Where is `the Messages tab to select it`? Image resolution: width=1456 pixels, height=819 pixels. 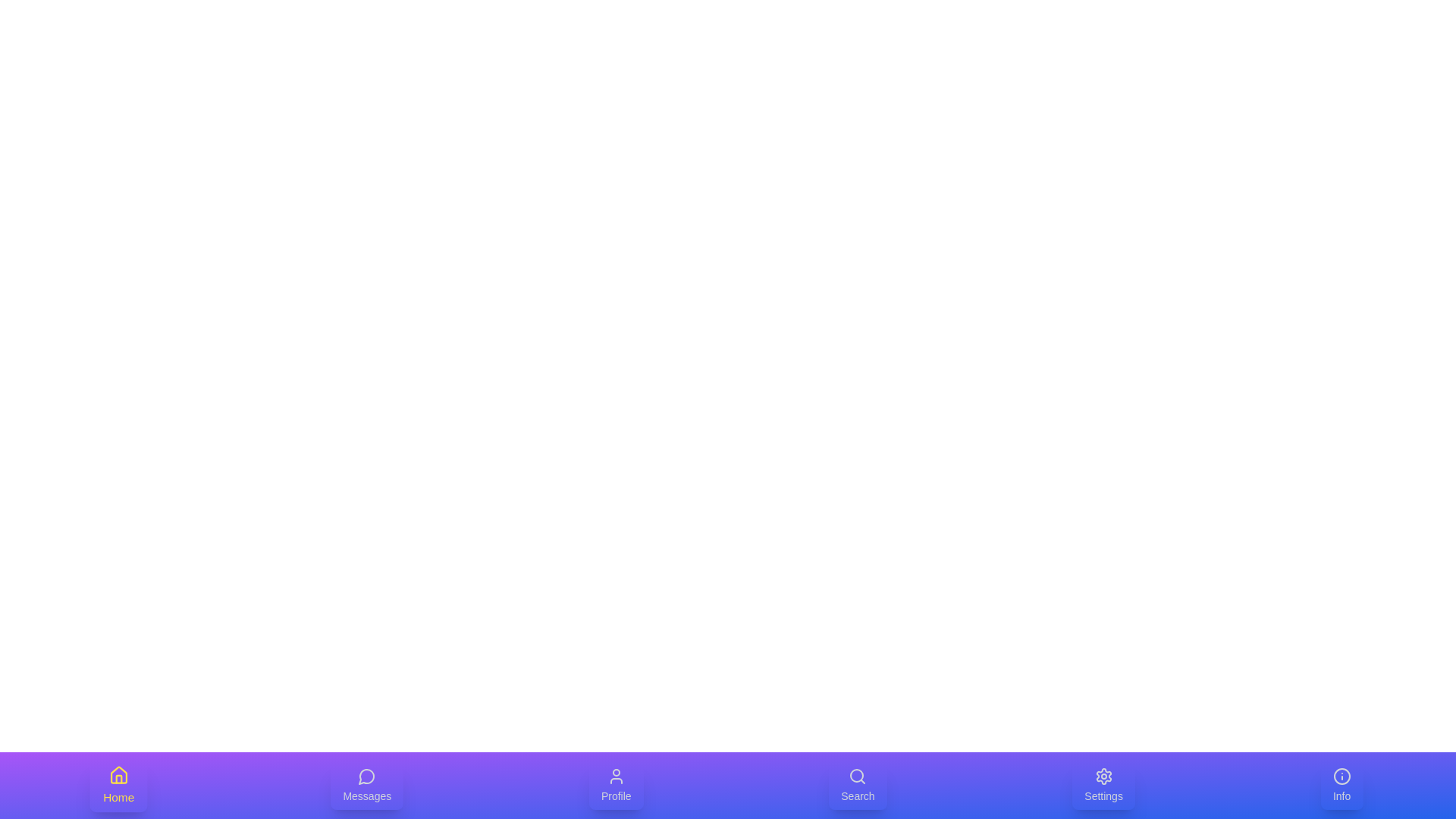
the Messages tab to select it is located at coordinates (367, 785).